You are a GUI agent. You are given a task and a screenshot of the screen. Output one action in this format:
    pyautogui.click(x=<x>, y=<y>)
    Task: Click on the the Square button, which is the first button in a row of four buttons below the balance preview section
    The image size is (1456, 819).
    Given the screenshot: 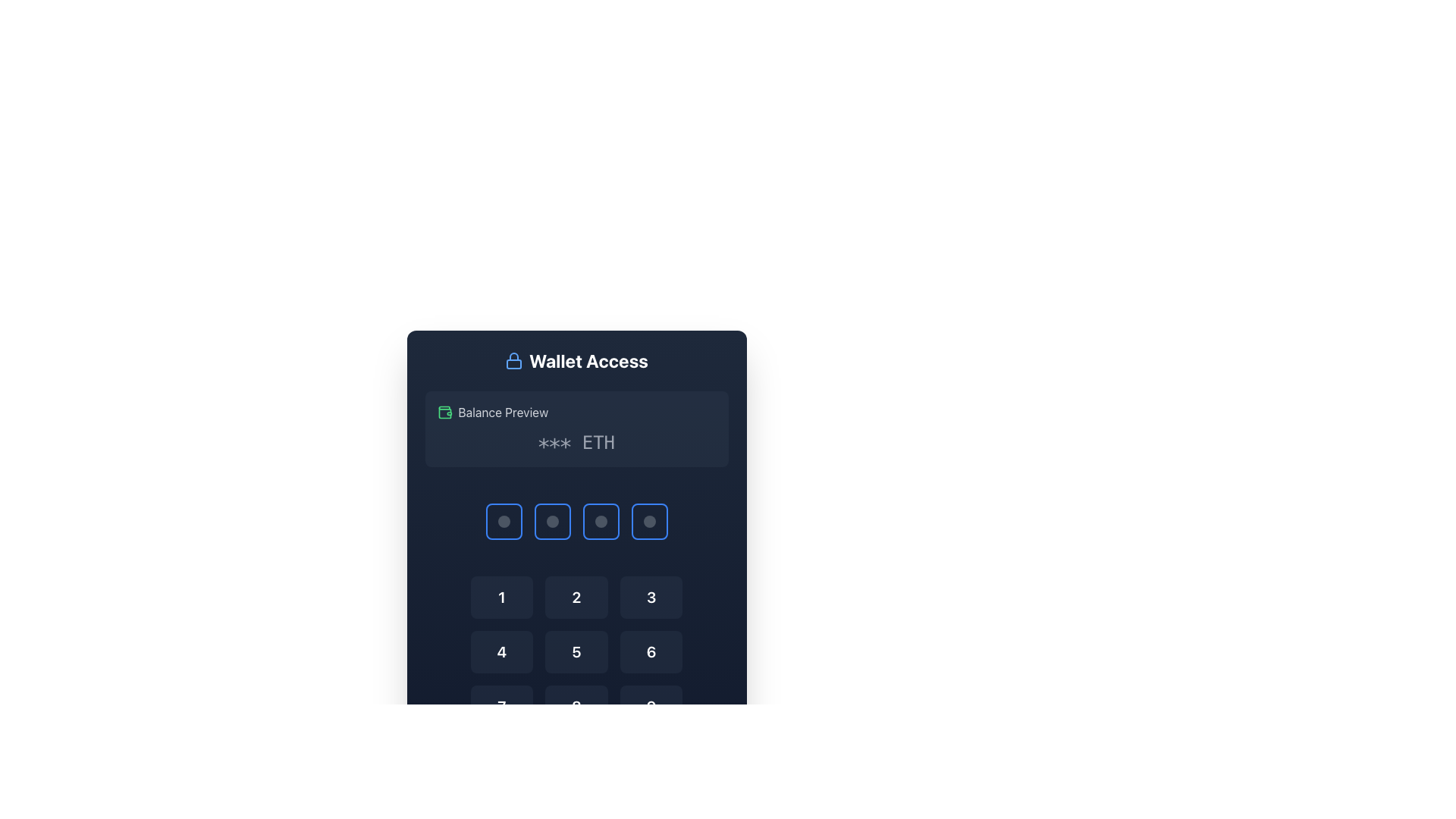 What is the action you would take?
    pyautogui.click(x=504, y=520)
    